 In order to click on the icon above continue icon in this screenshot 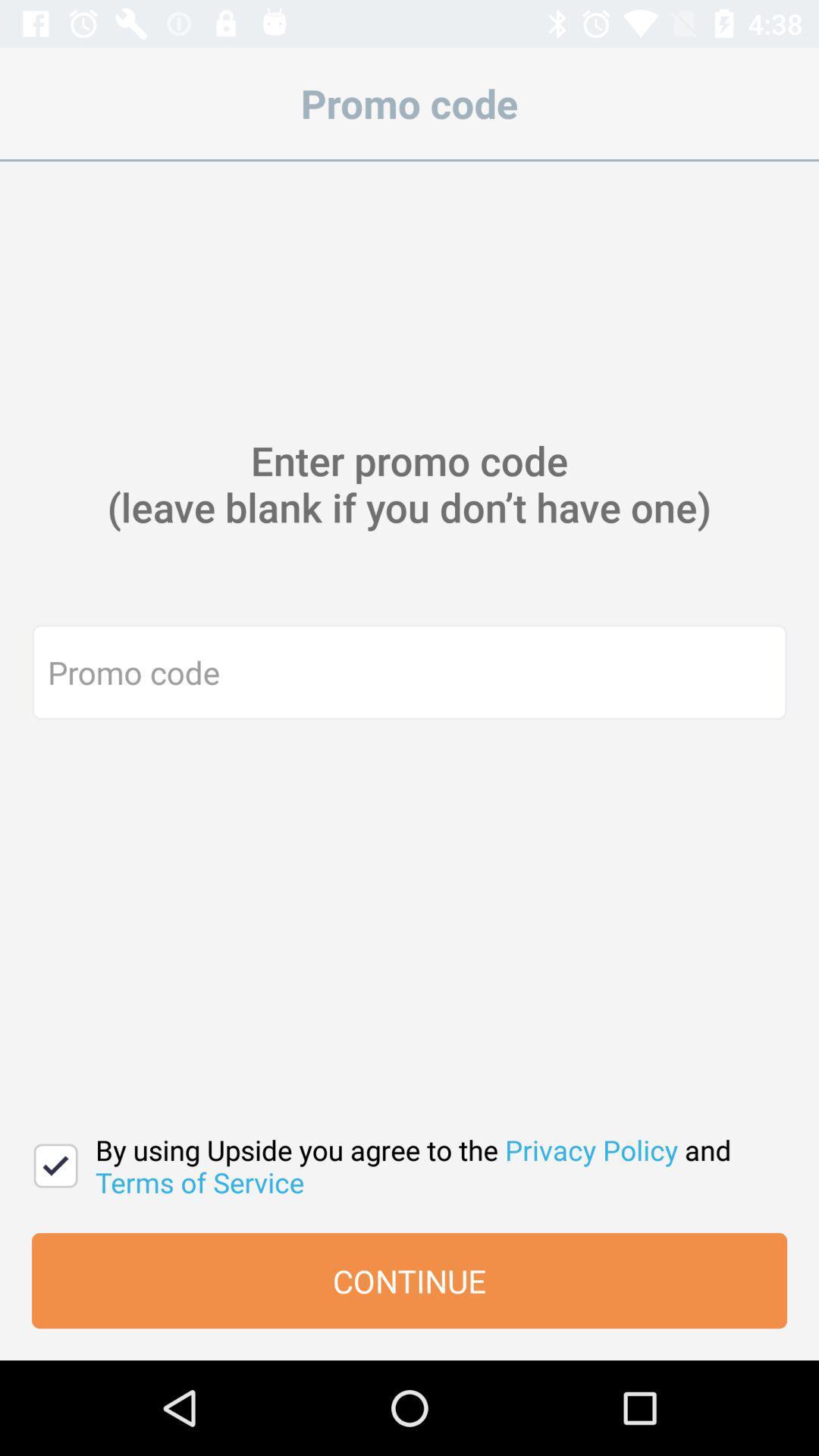, I will do `click(55, 1165)`.